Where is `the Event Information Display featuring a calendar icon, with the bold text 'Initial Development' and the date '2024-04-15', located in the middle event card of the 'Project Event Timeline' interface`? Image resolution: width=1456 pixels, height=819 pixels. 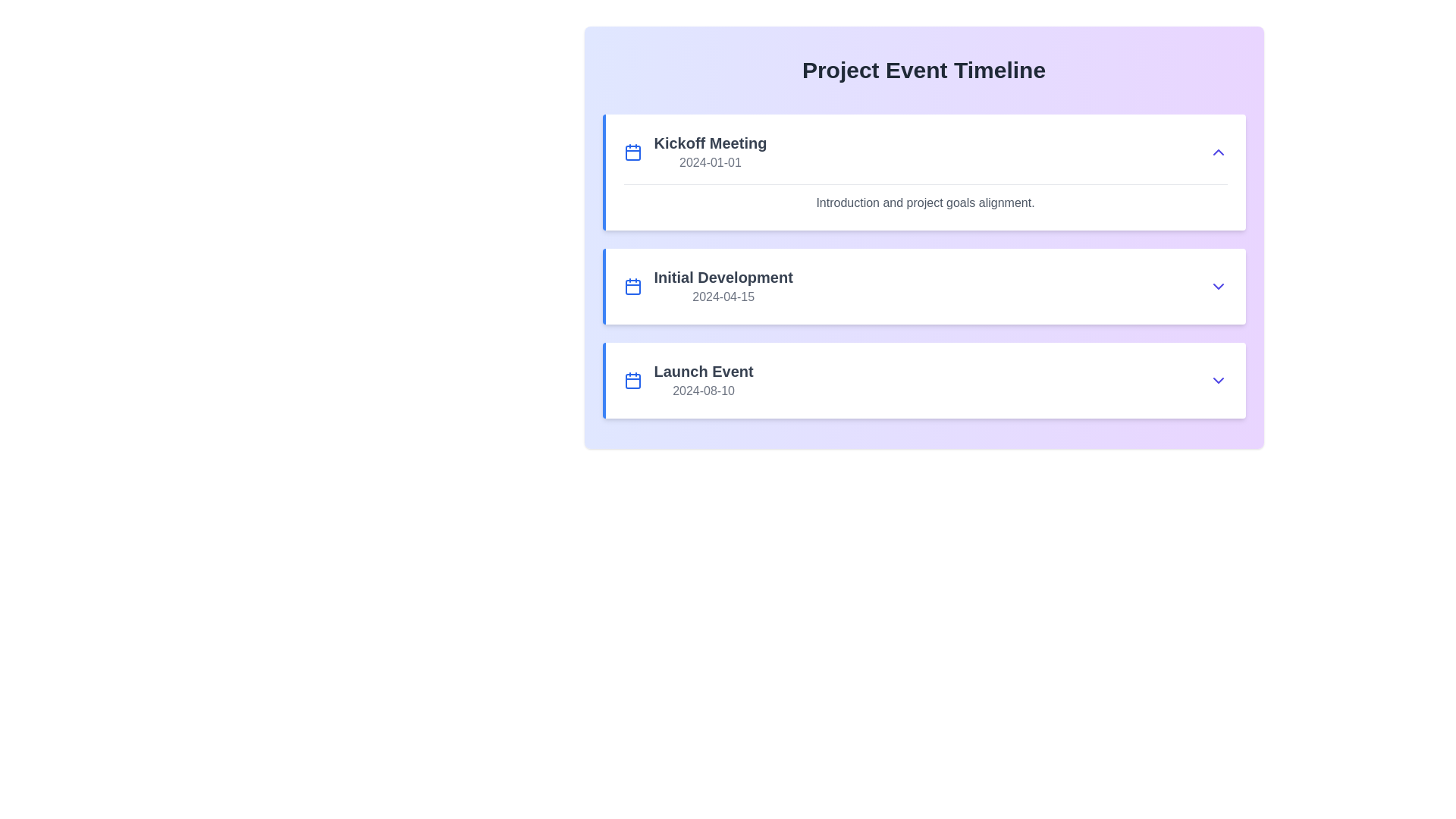 the Event Information Display featuring a calendar icon, with the bold text 'Initial Development' and the date '2024-04-15', located in the middle event card of the 'Project Event Timeline' interface is located at coordinates (708, 287).